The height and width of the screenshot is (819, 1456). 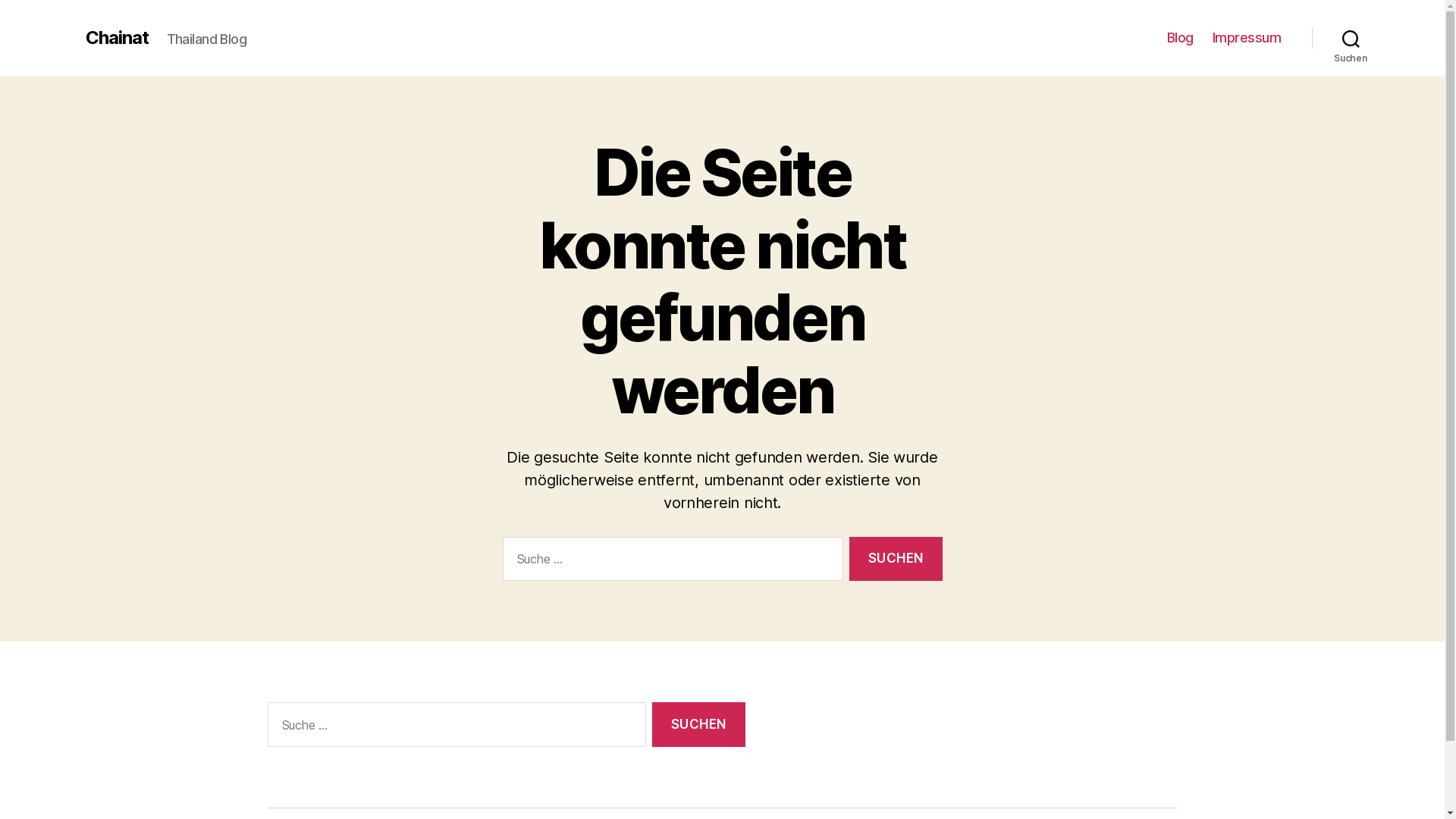 I want to click on 'Impressum', so click(x=1211, y=37).